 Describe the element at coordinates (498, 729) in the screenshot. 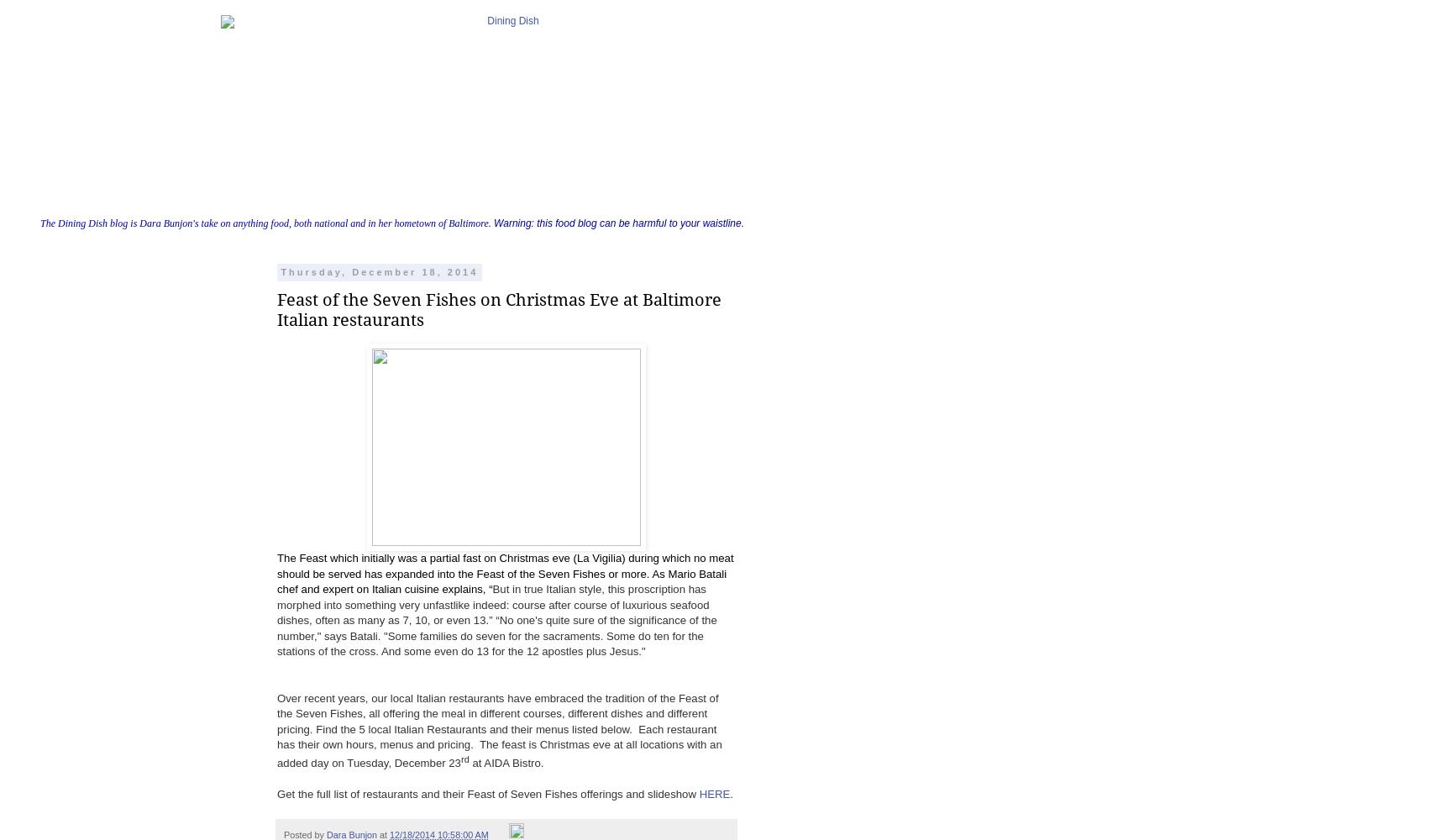

I see `'Over recent
years, our local Italian restaurants have embraced the tradition of the Feast
of the Seven Fishes, all offering the meal in different courses, different
dishes and different pricing. Find the 5 local Italian Restaurants and their
menus listed below.  Each restaurant has
their own hours, menus and pricing.  The
feast is Christmas eve at all locations with an added day on Tuesday, December
23'` at that location.